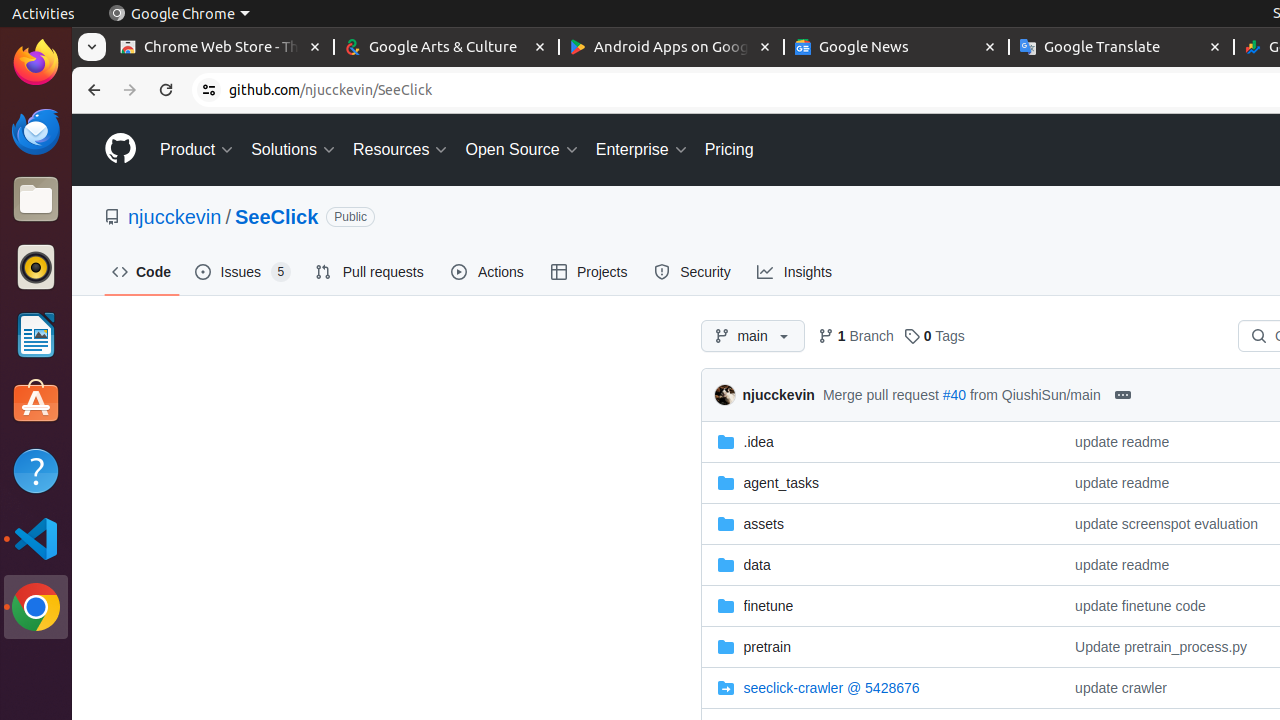 Image resolution: width=1280 pixels, height=720 pixels. What do you see at coordinates (1122, 394) in the screenshot?
I see `'Open commit details'` at bounding box center [1122, 394].